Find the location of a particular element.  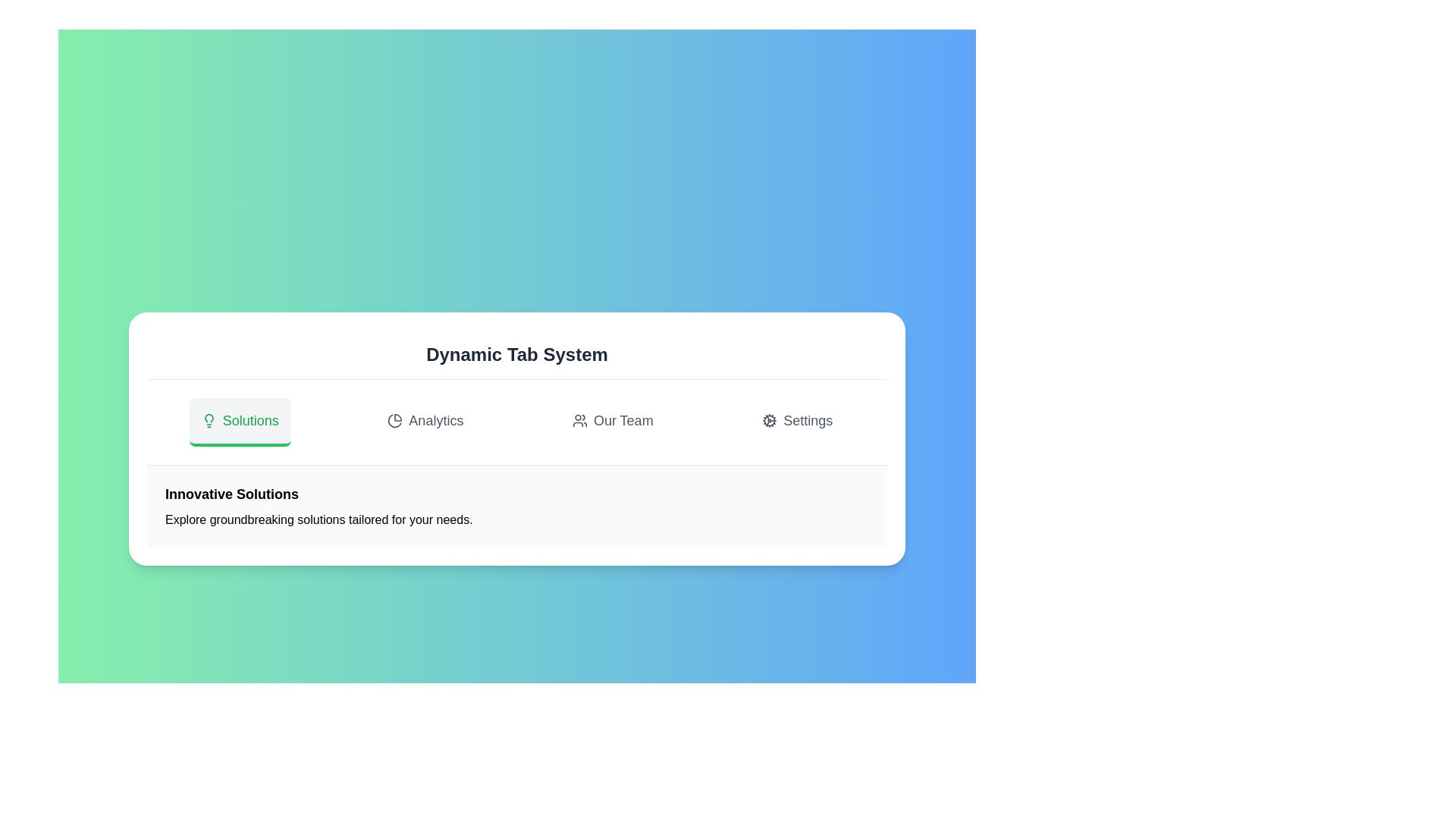

the text block displaying the title 'Dynamic Tab System', which is centered horizontally at the top of the white card area is located at coordinates (516, 355).